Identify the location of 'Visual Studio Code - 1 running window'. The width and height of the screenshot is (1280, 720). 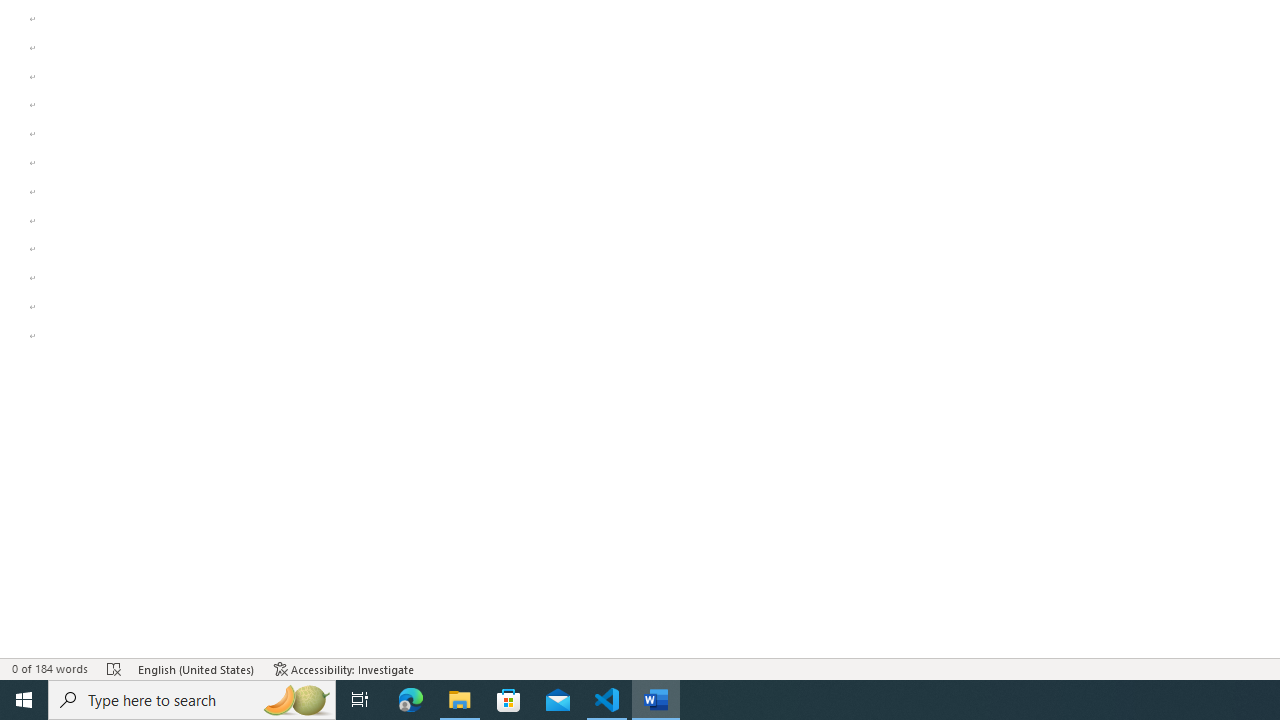
(606, 698).